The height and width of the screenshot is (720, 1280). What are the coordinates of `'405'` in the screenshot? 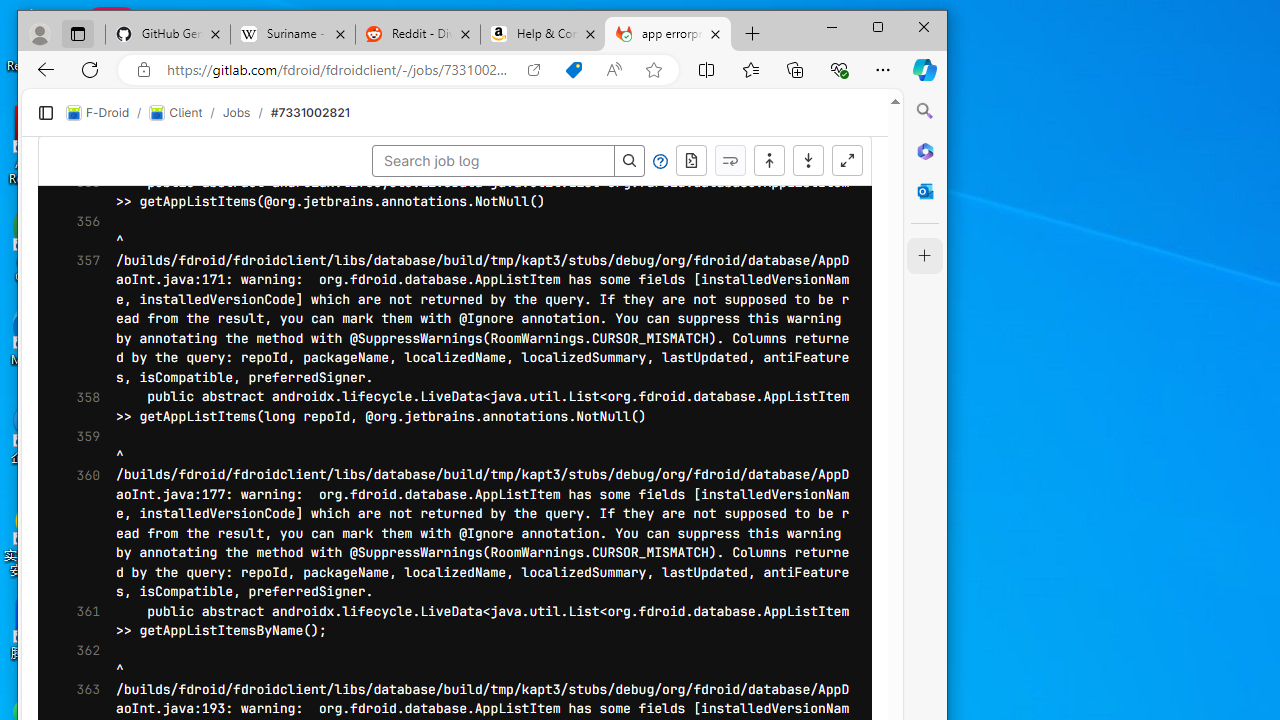 It's located at (73, 351).